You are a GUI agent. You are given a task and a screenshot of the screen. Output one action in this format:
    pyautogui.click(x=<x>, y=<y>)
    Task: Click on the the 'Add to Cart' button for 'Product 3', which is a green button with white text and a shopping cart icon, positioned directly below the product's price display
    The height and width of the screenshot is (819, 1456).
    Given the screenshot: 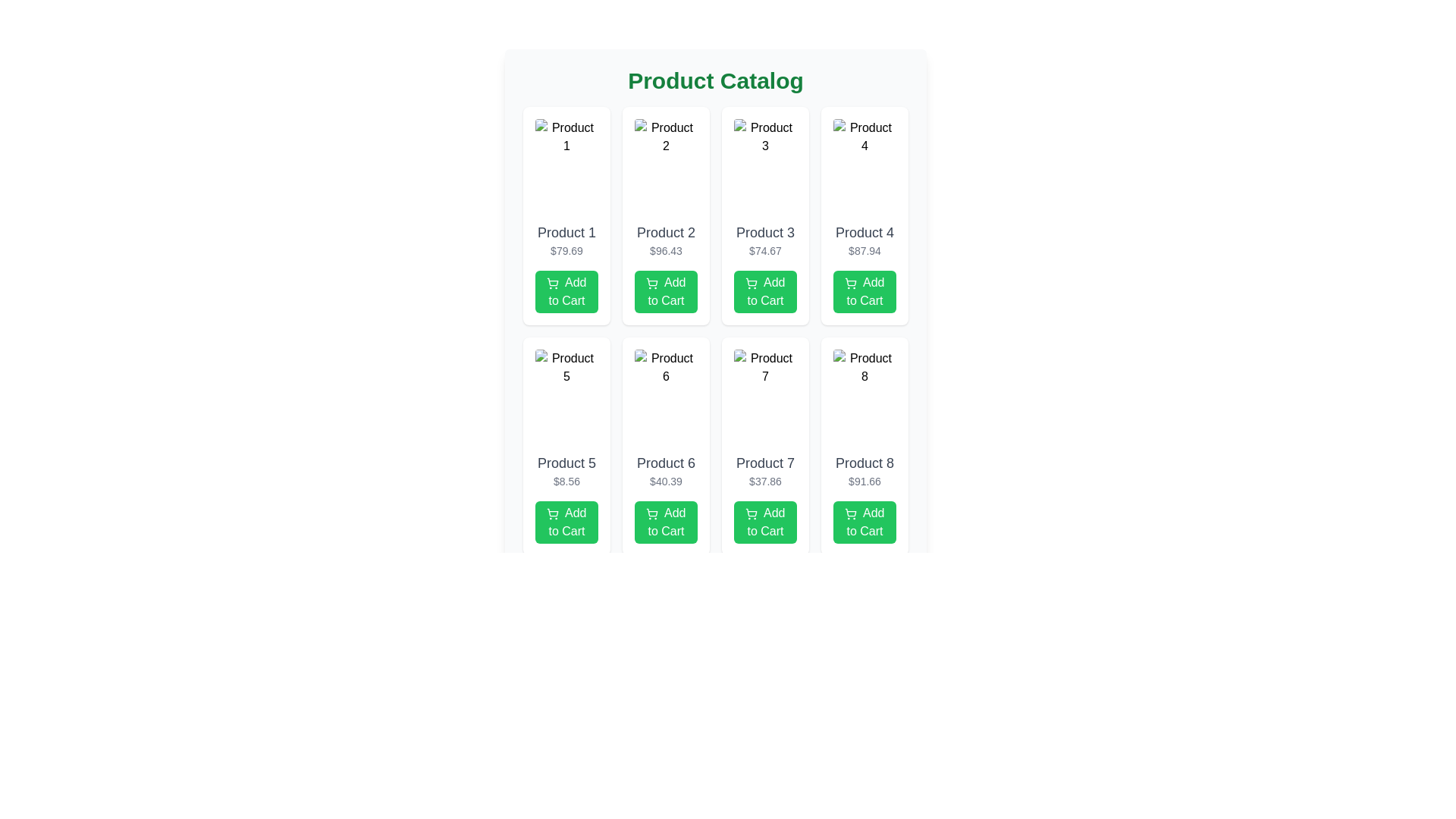 What is the action you would take?
    pyautogui.click(x=765, y=292)
    